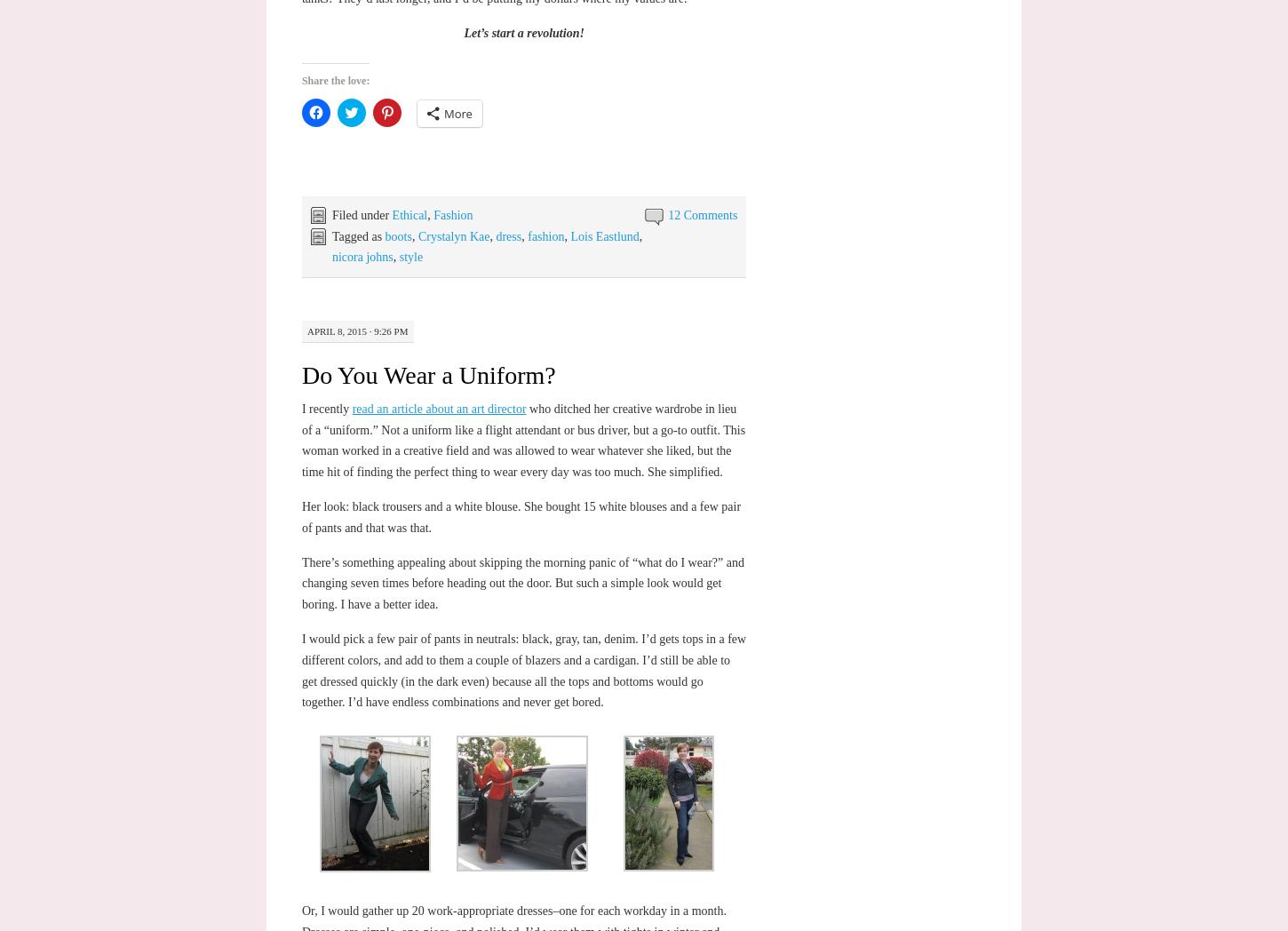 This screenshot has height=931, width=1288. What do you see at coordinates (361, 256) in the screenshot?
I see `'nicora johns'` at bounding box center [361, 256].